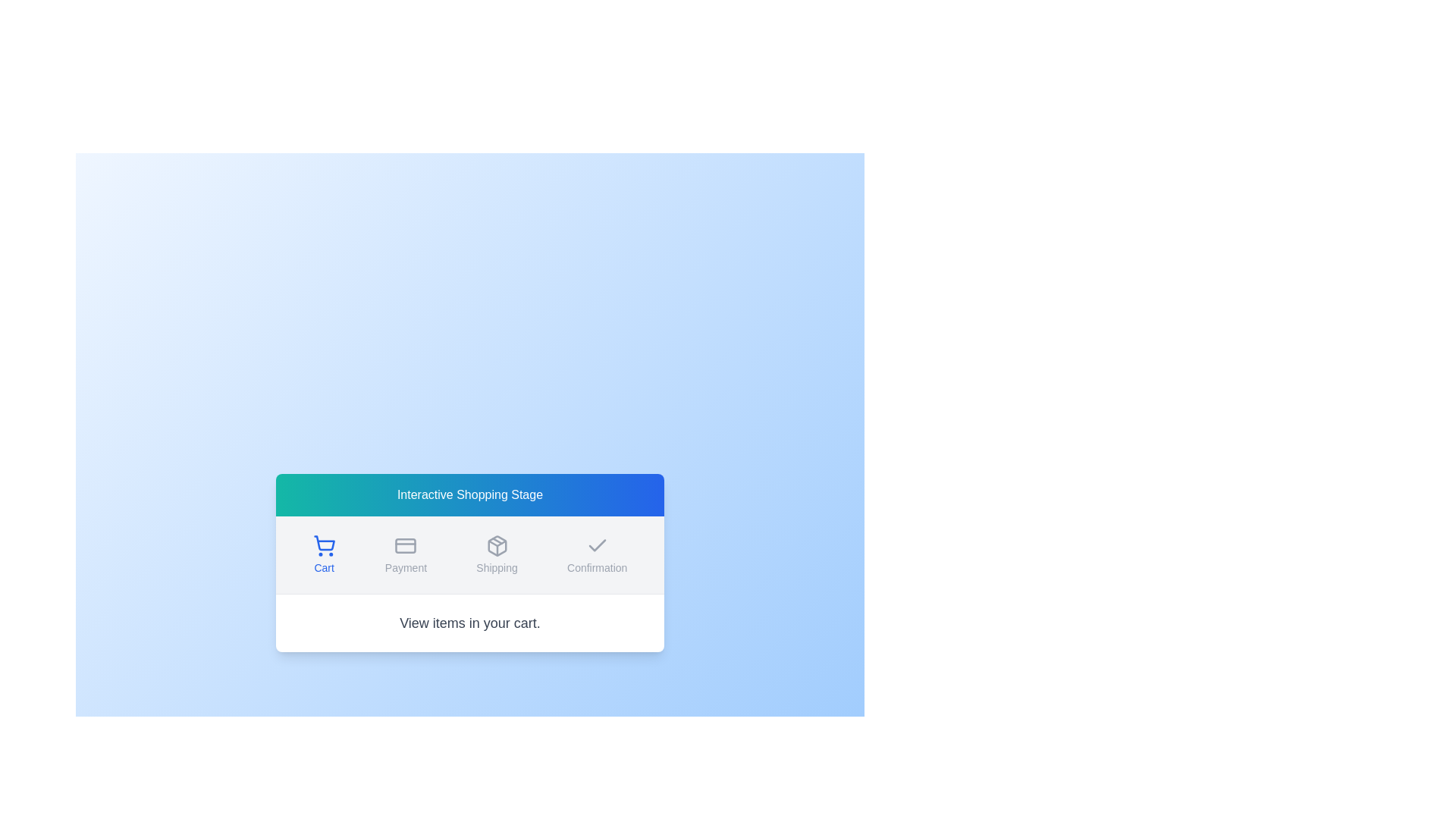 The width and height of the screenshot is (1456, 819). I want to click on the triangular polygonal vector shape within the SVG graphic that represents shipping, located below the title 'Shipping' in the navigation steps, so click(497, 542).